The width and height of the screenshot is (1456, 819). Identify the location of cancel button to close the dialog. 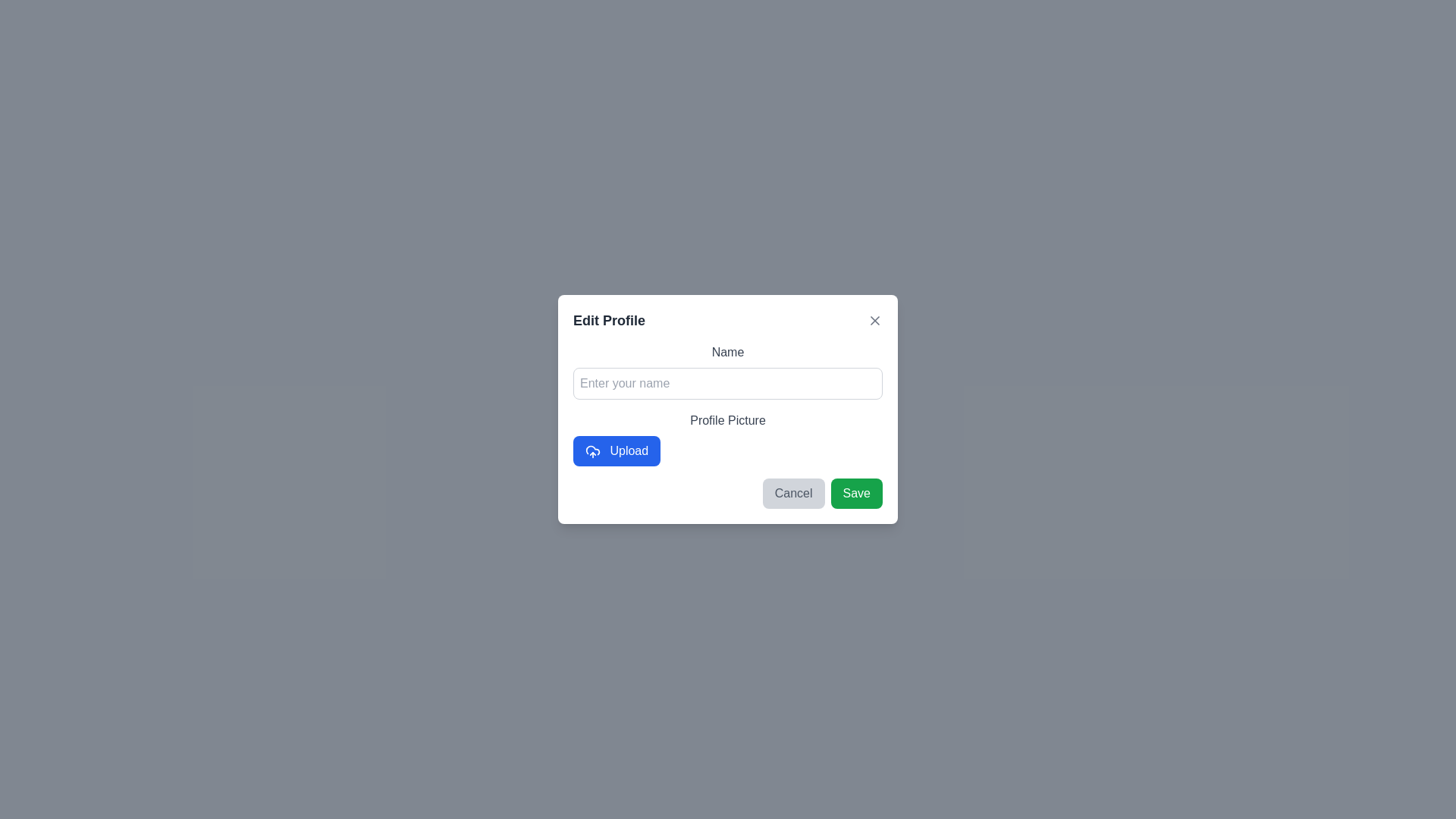
(792, 494).